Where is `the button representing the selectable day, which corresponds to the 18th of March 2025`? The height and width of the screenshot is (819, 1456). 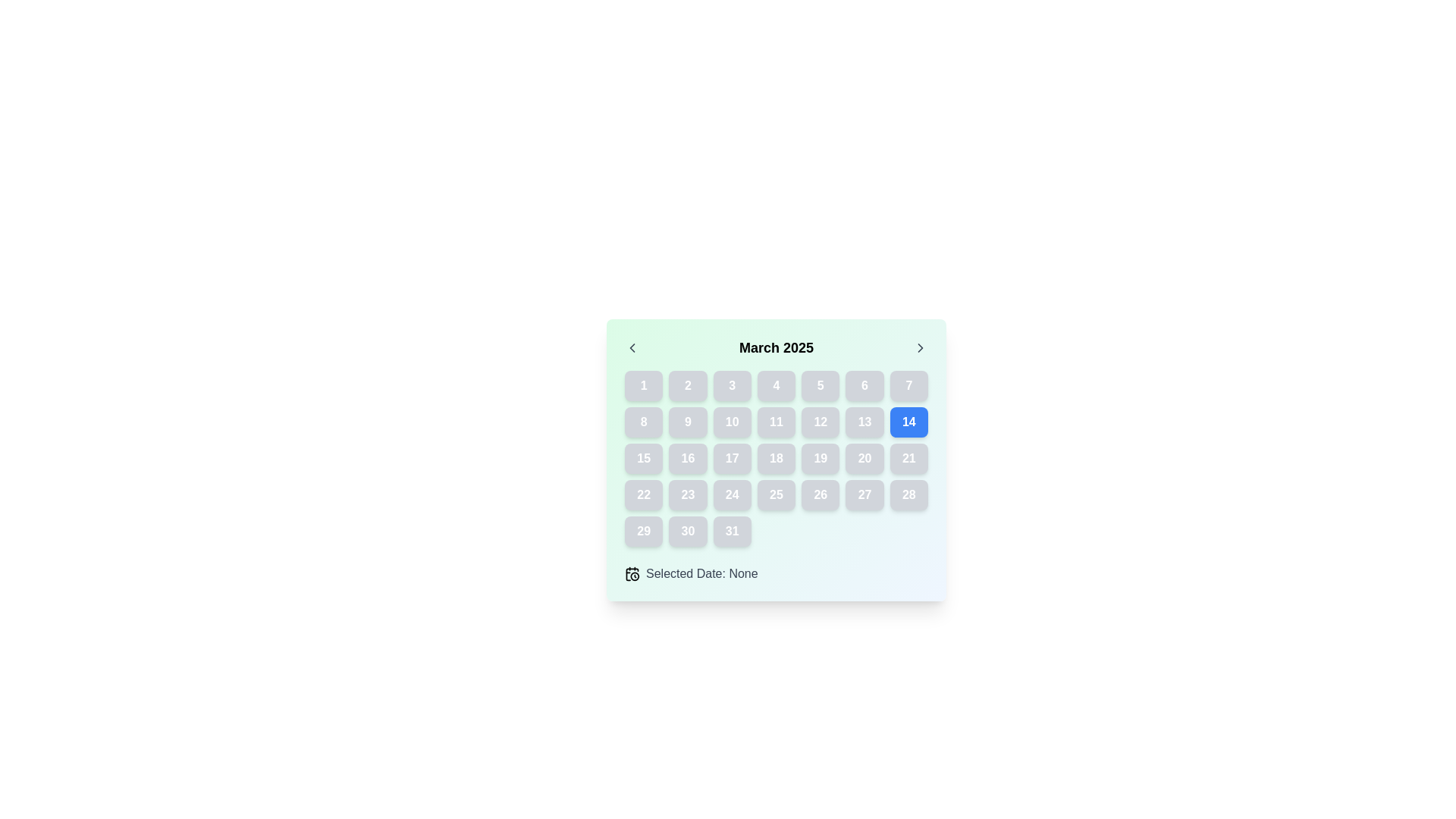
the button representing the selectable day, which corresponds to the 18th of March 2025 is located at coordinates (776, 458).